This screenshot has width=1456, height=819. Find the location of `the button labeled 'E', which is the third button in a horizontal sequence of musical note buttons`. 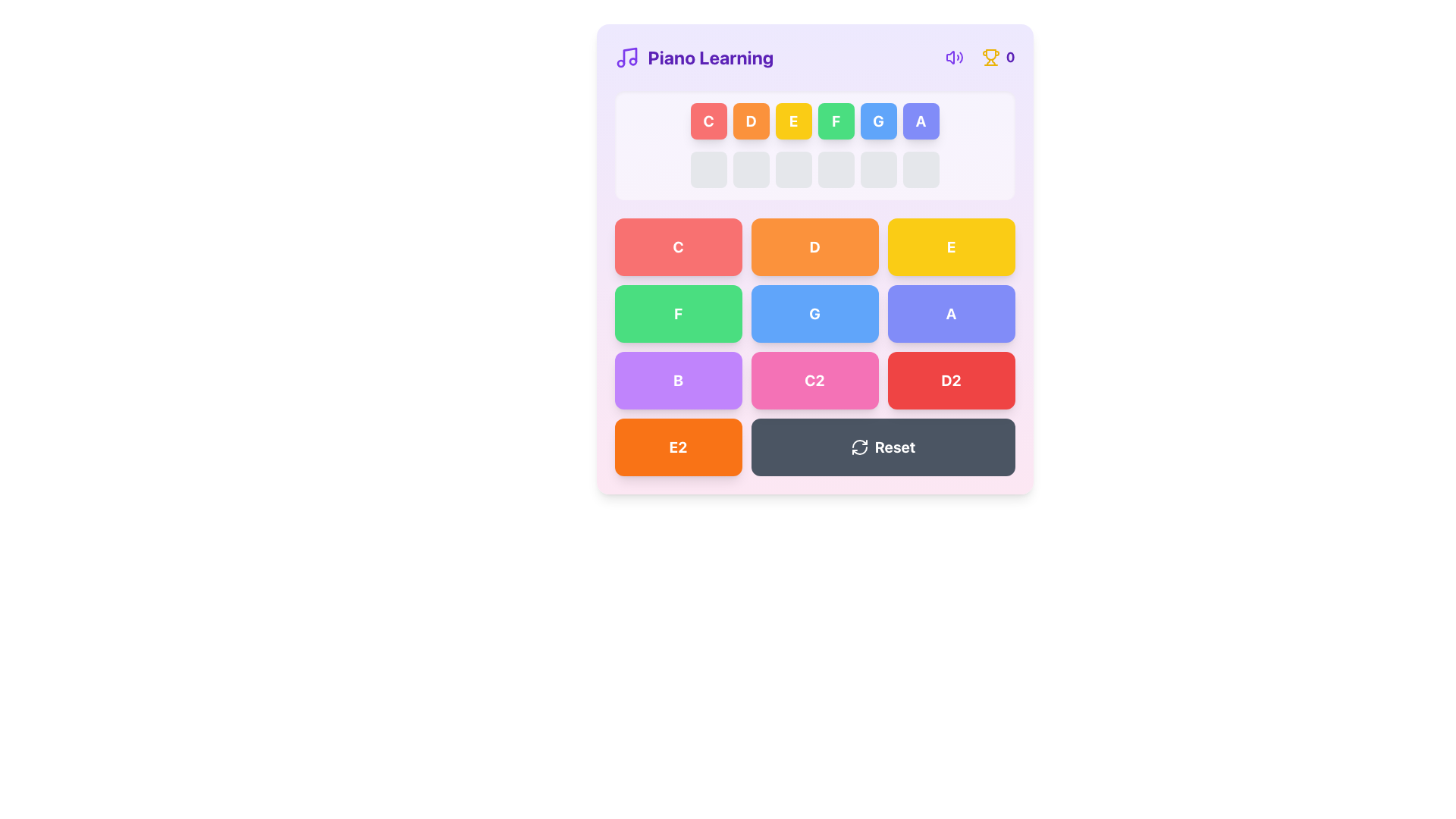

the button labeled 'E', which is the third button in a horizontal sequence of musical note buttons is located at coordinates (792, 120).